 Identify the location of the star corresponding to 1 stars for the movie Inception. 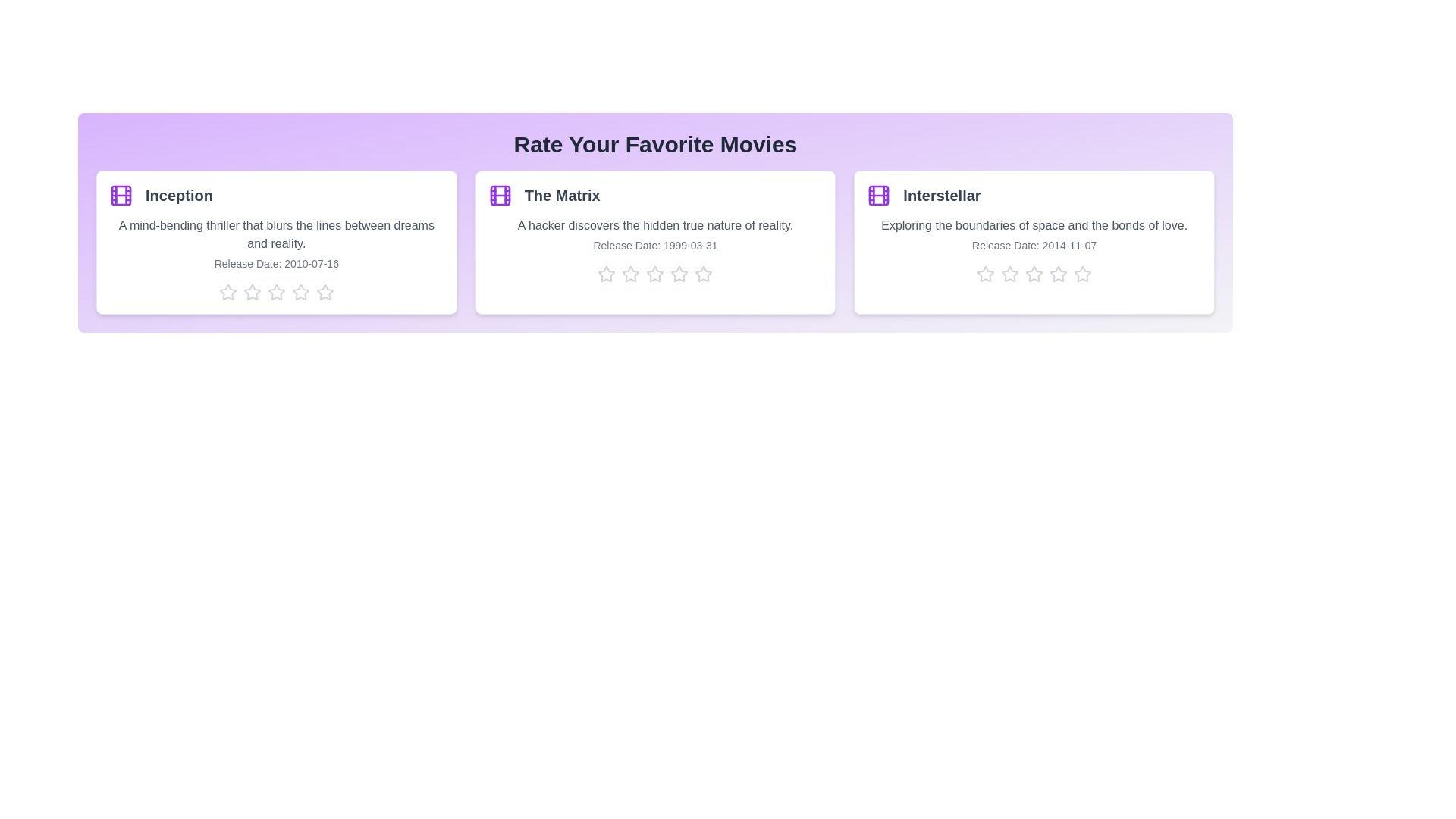
(227, 292).